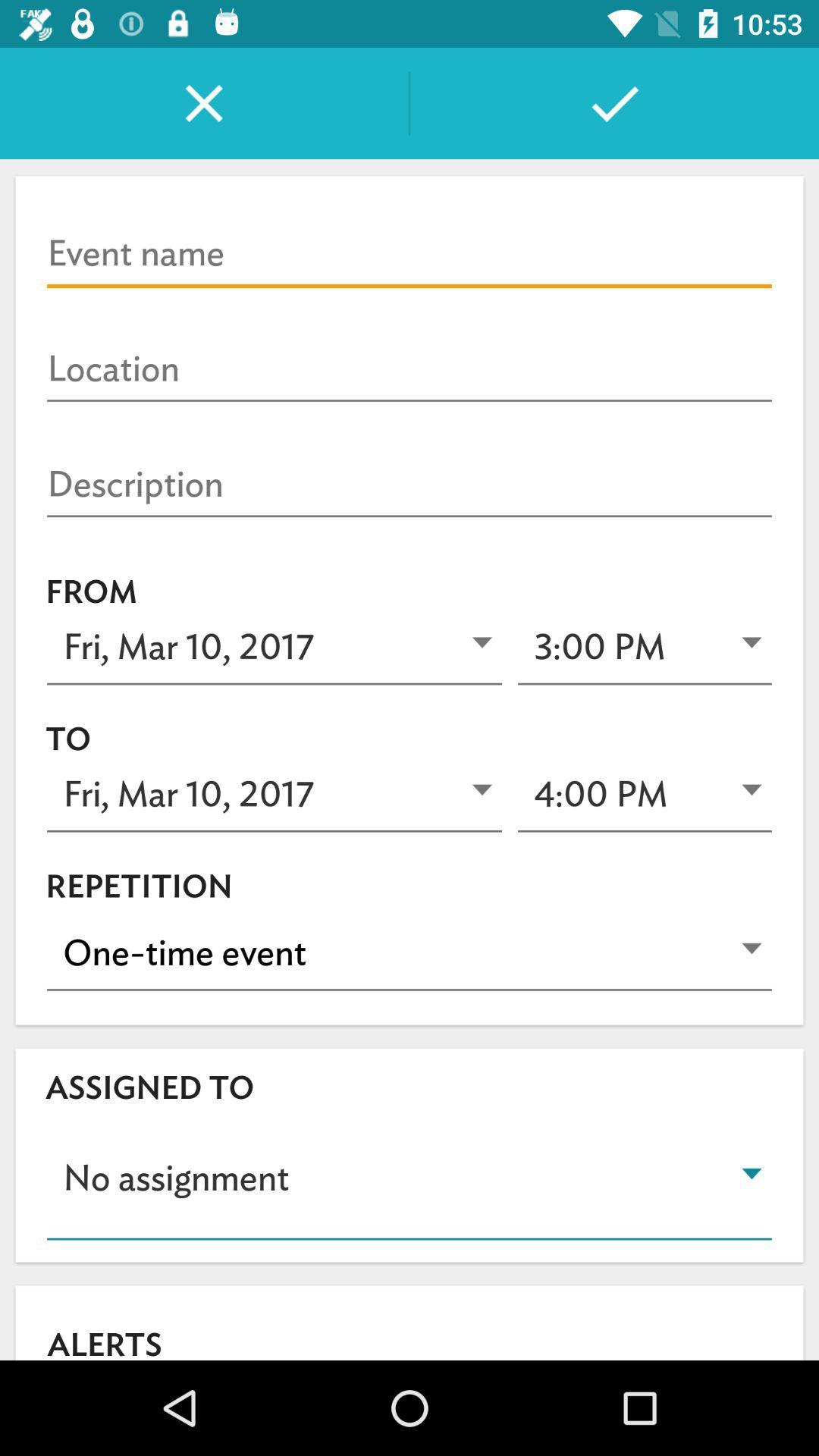  Describe the element at coordinates (409, 952) in the screenshot. I see `the one-time event icon` at that location.